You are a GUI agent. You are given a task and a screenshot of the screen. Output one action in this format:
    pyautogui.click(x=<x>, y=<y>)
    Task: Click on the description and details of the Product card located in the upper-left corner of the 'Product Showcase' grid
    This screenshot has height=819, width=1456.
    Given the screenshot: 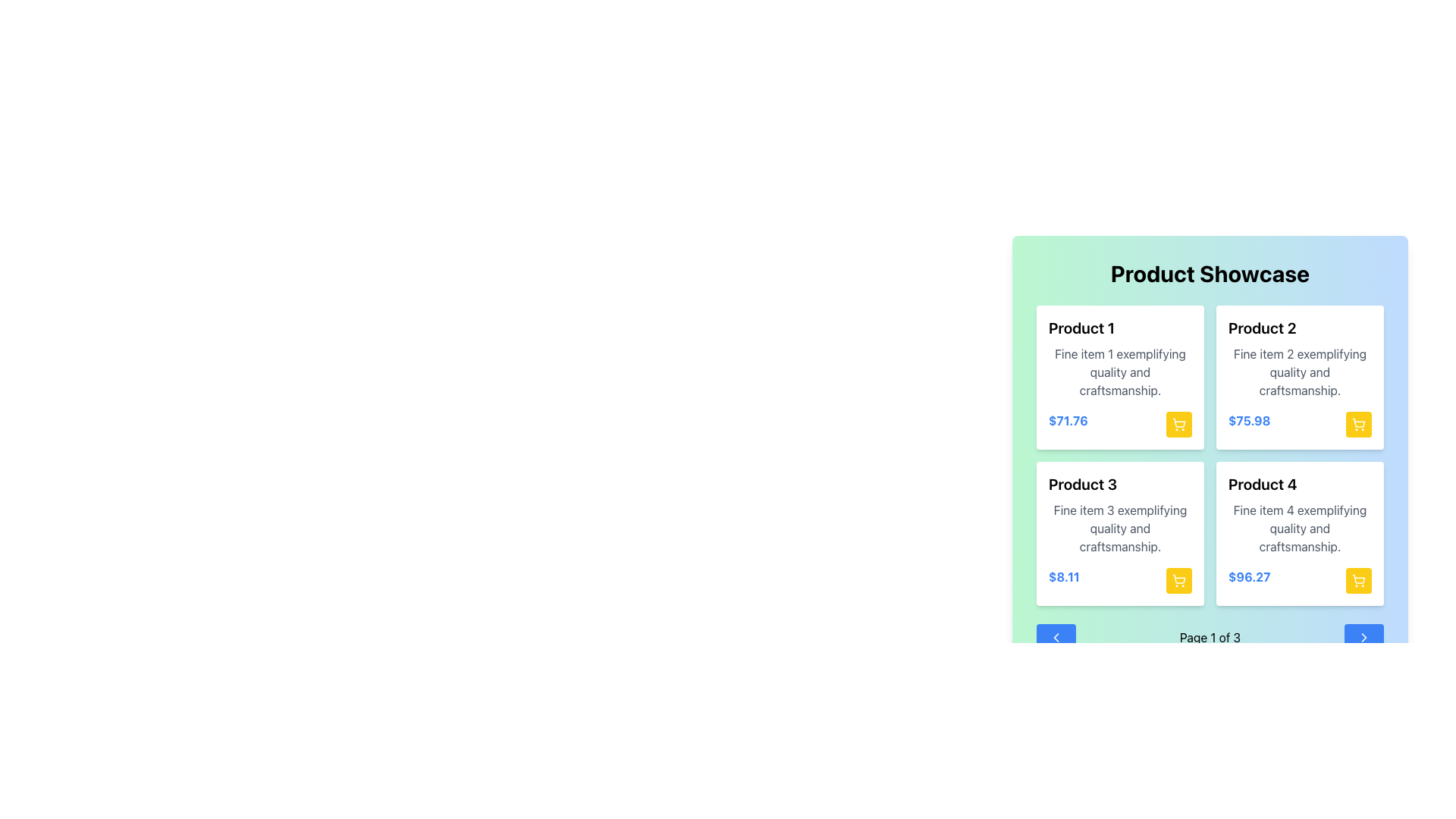 What is the action you would take?
    pyautogui.click(x=1120, y=376)
    